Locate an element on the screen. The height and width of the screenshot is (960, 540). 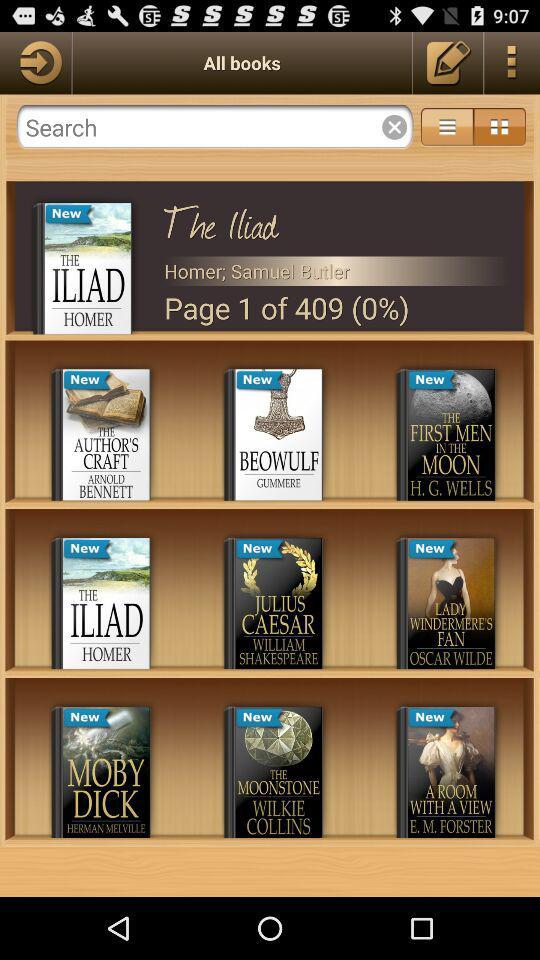
search is located at coordinates (214, 126).